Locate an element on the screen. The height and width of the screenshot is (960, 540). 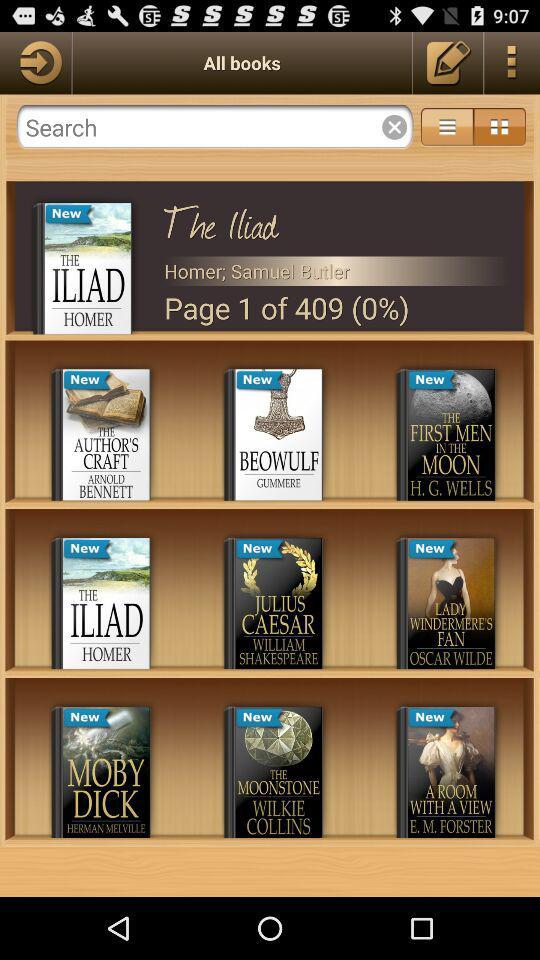
search is located at coordinates (214, 126).